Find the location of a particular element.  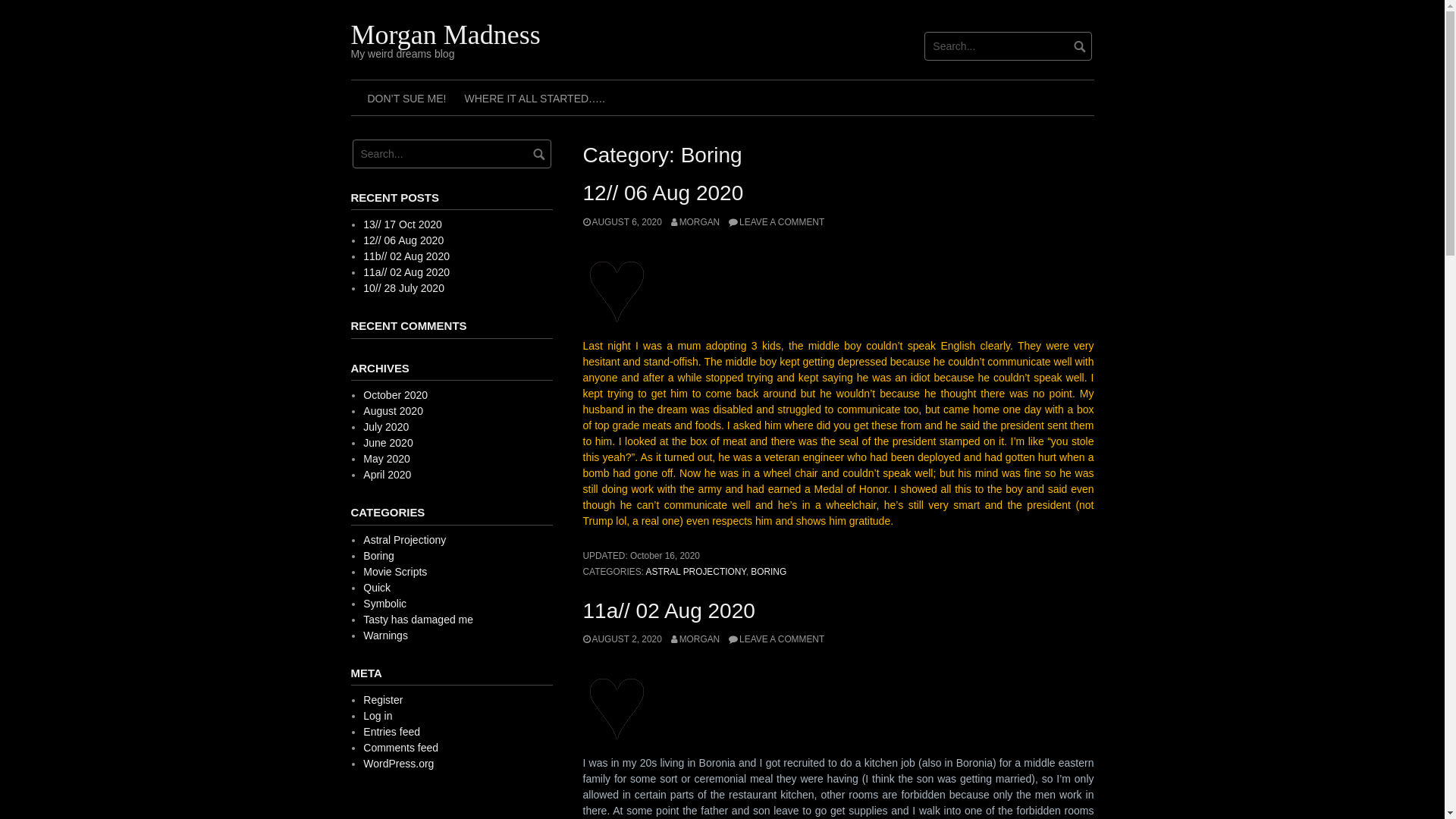

'Movie Scripts' is located at coordinates (362, 571).